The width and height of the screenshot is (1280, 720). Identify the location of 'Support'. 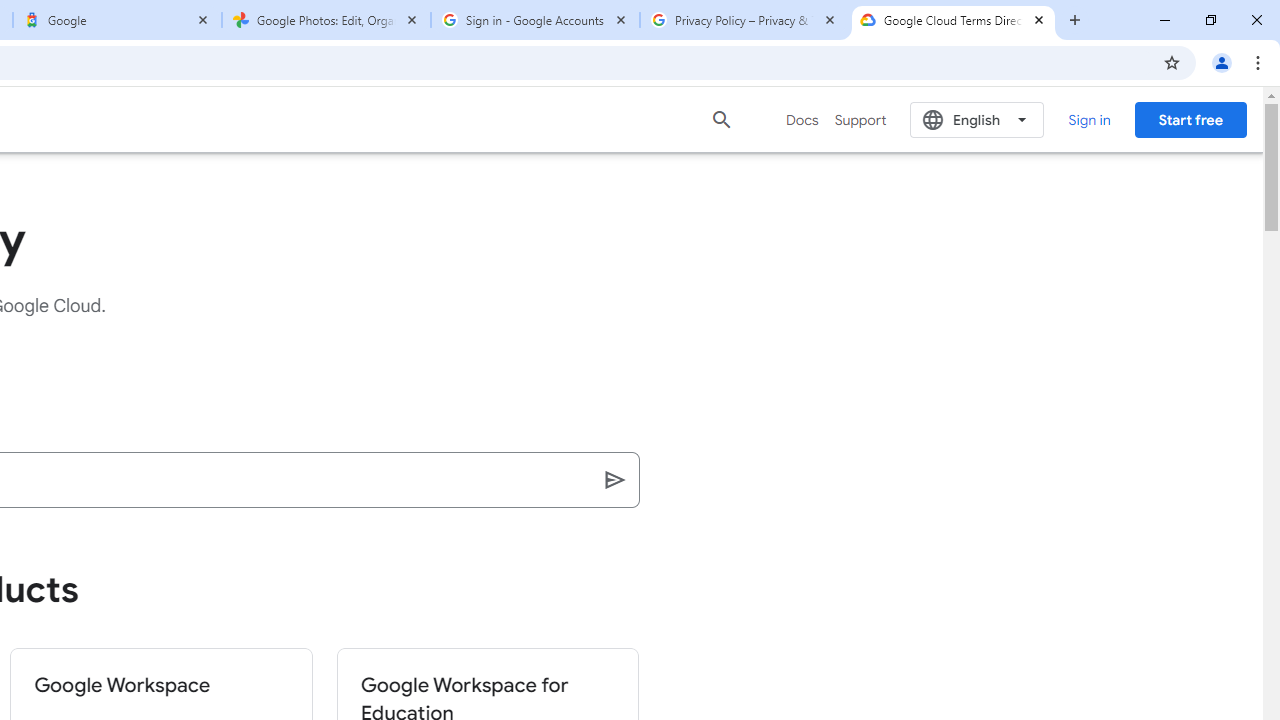
(860, 119).